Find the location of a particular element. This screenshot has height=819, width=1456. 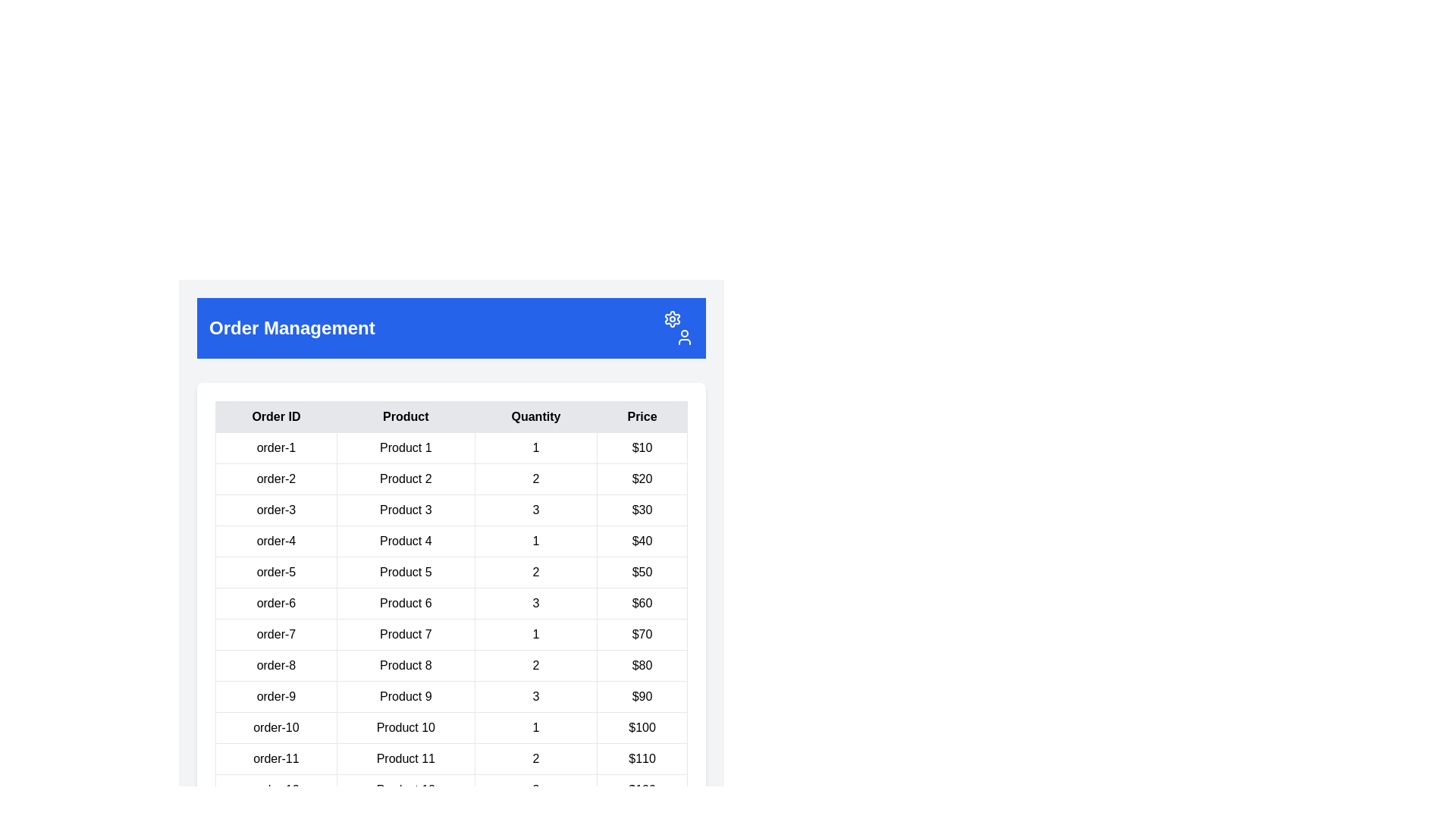

value displayed in the Text Display Cell, which shows '3' and is located in the 'Quantity' column of the table for 'order-12' is located at coordinates (535, 789).